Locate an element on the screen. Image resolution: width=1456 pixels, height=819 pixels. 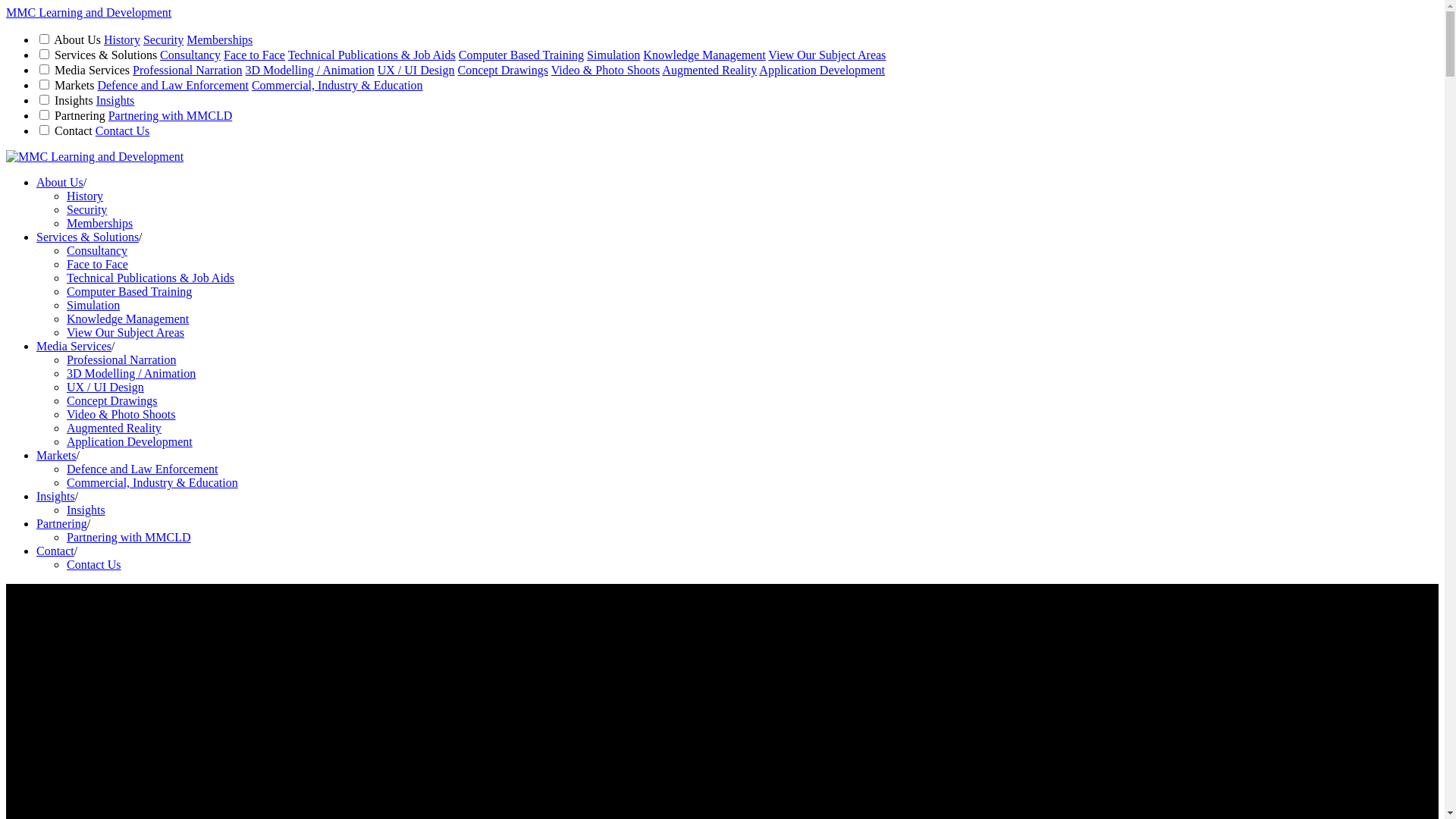
'Commercial, Industry & Education' is located at coordinates (337, 85).